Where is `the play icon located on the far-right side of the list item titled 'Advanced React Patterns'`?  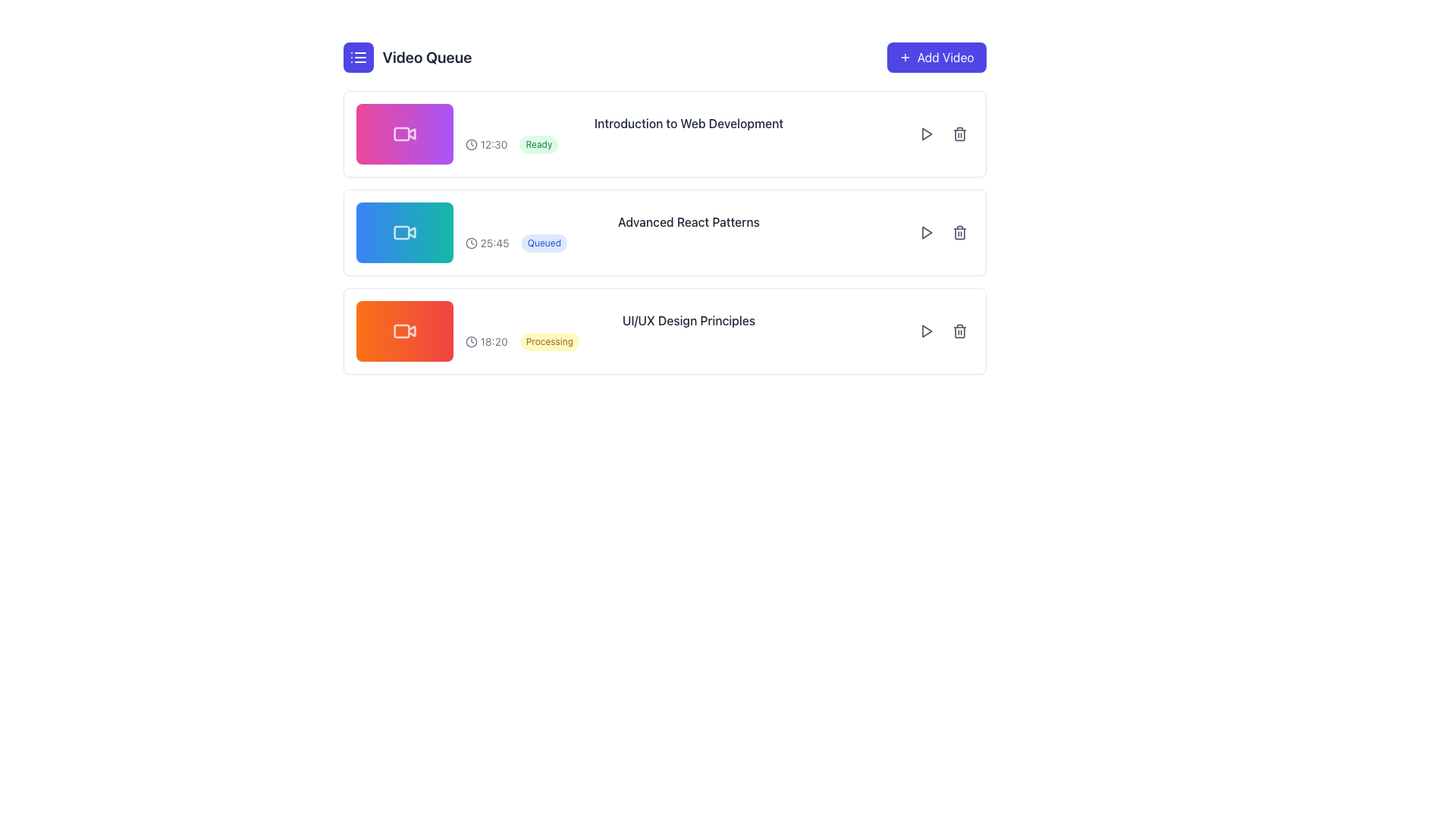
the play icon located on the far-right side of the list item titled 'Advanced React Patterns' is located at coordinates (926, 233).